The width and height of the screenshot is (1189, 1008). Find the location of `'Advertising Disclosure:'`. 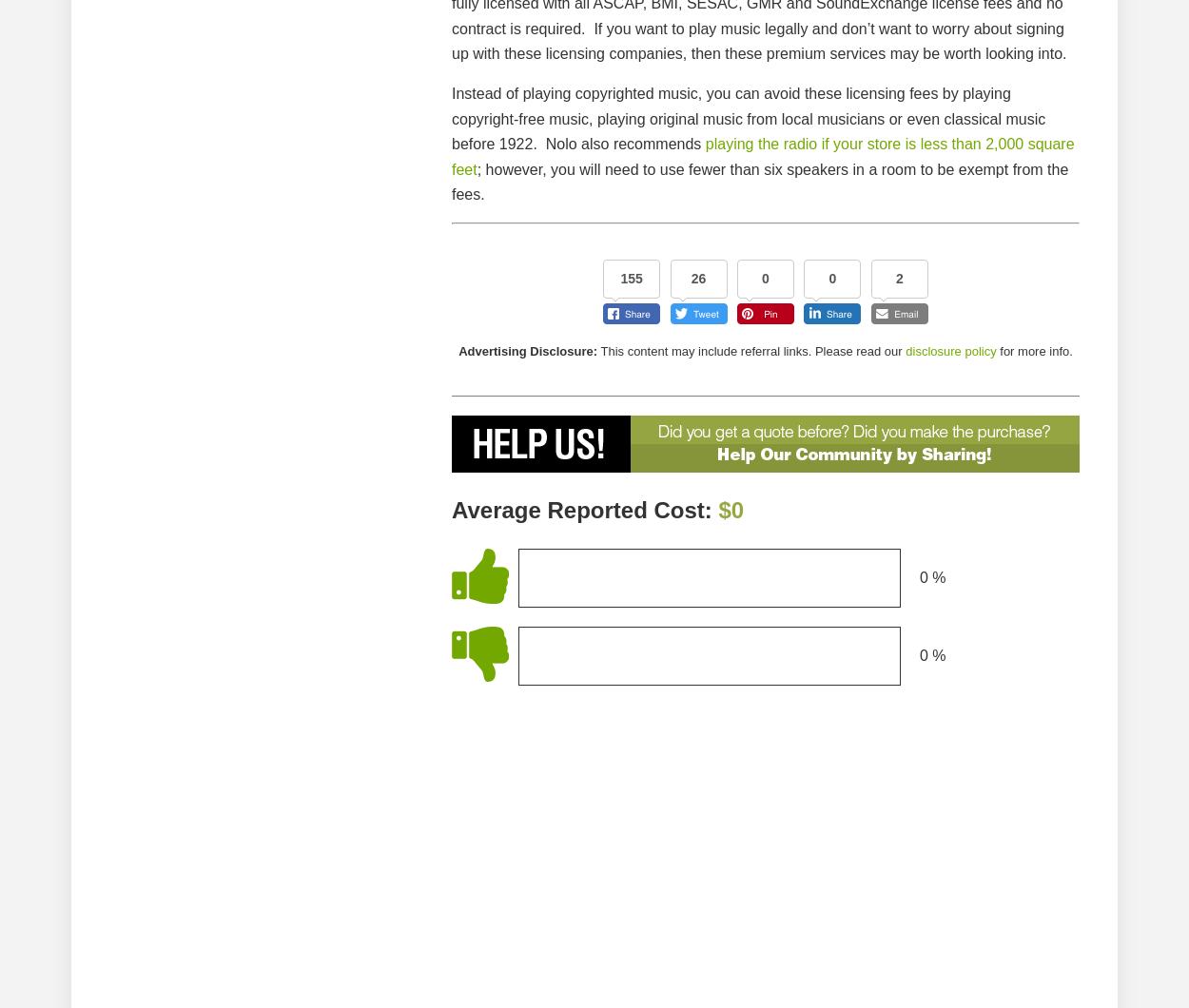

'Advertising Disclosure:' is located at coordinates (528, 350).